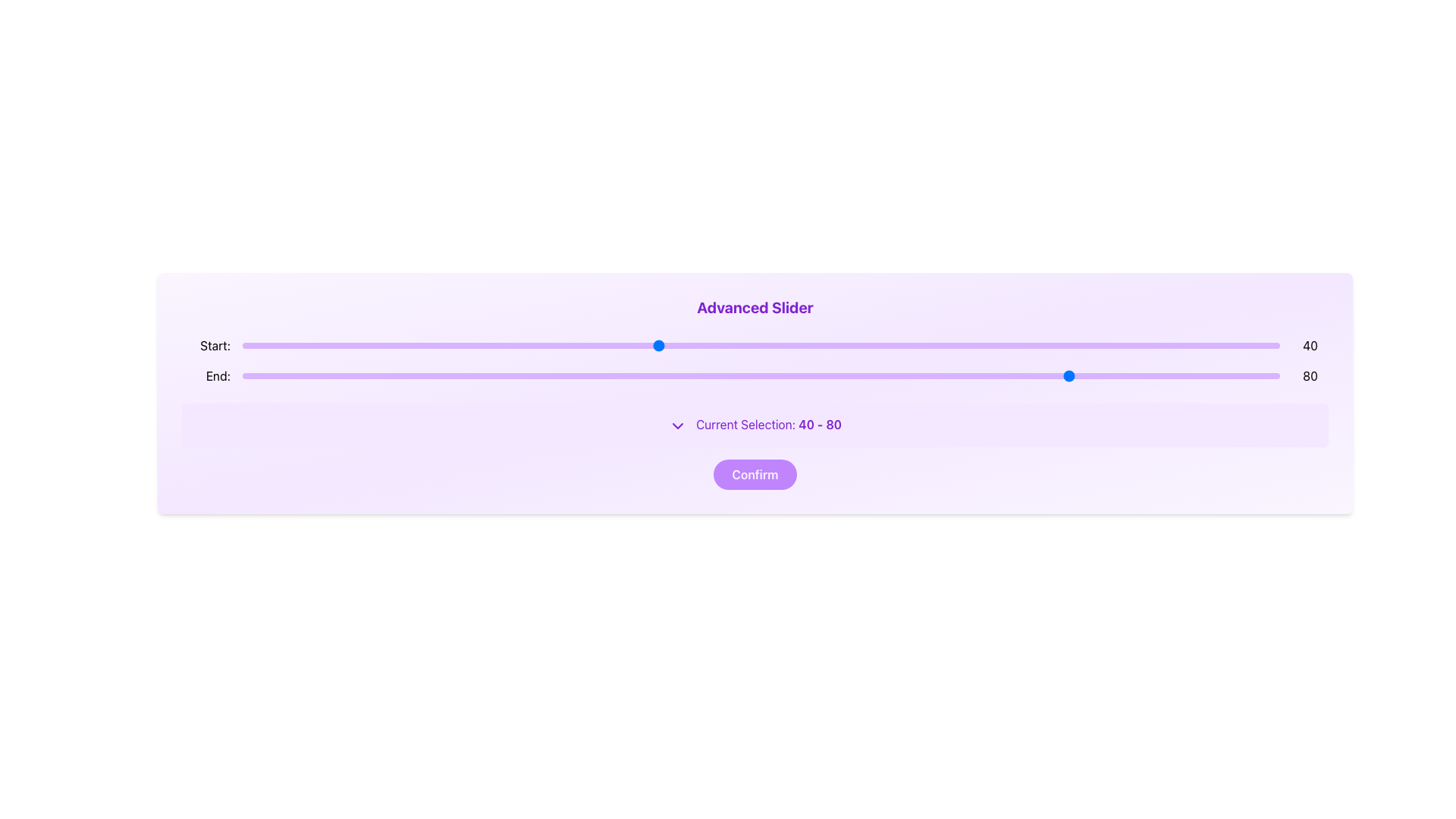 Image resolution: width=1456 pixels, height=819 pixels. I want to click on the start slider, so click(698, 345).